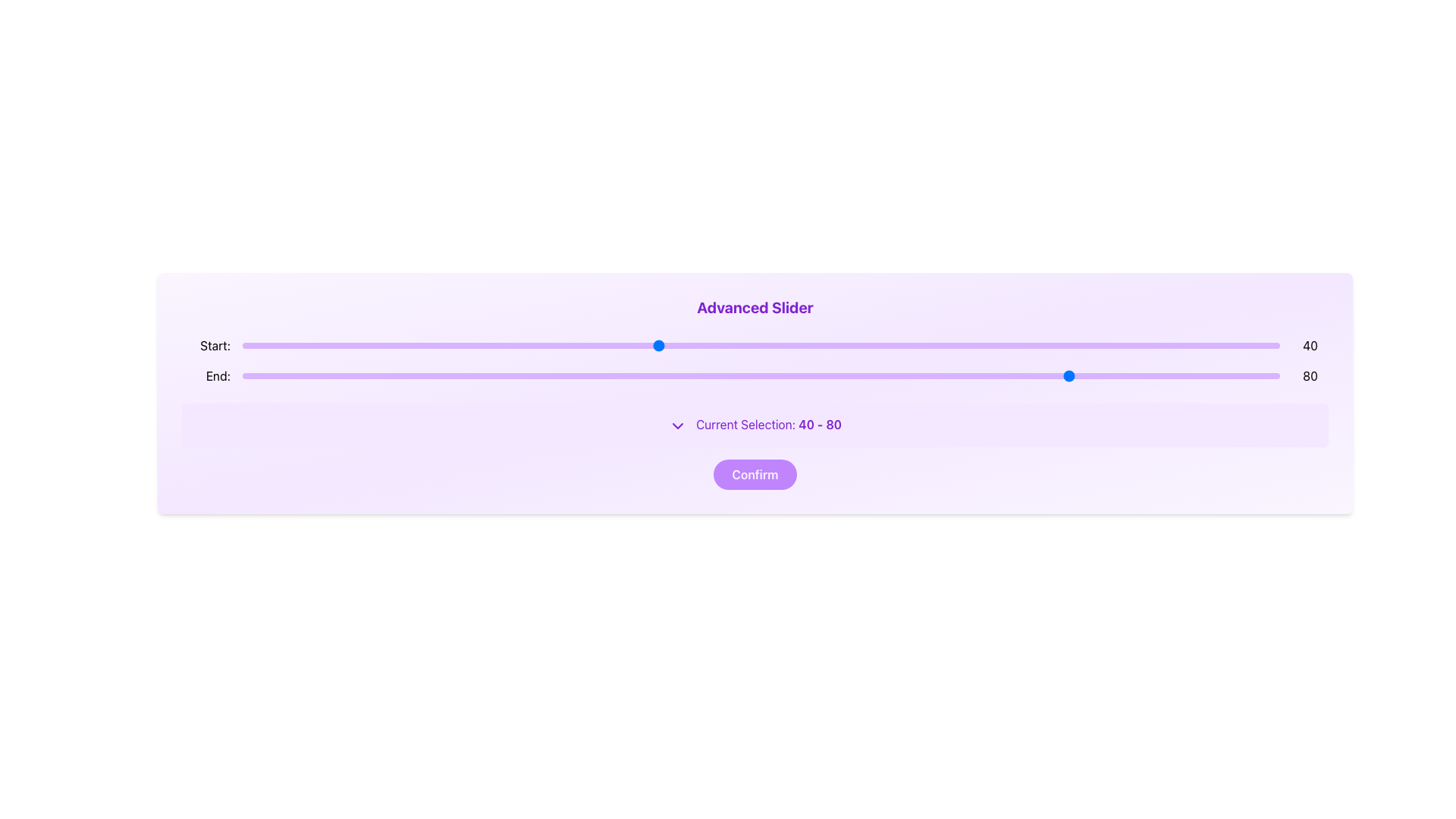 Image resolution: width=1456 pixels, height=819 pixels. I want to click on the start slider, so click(698, 345).